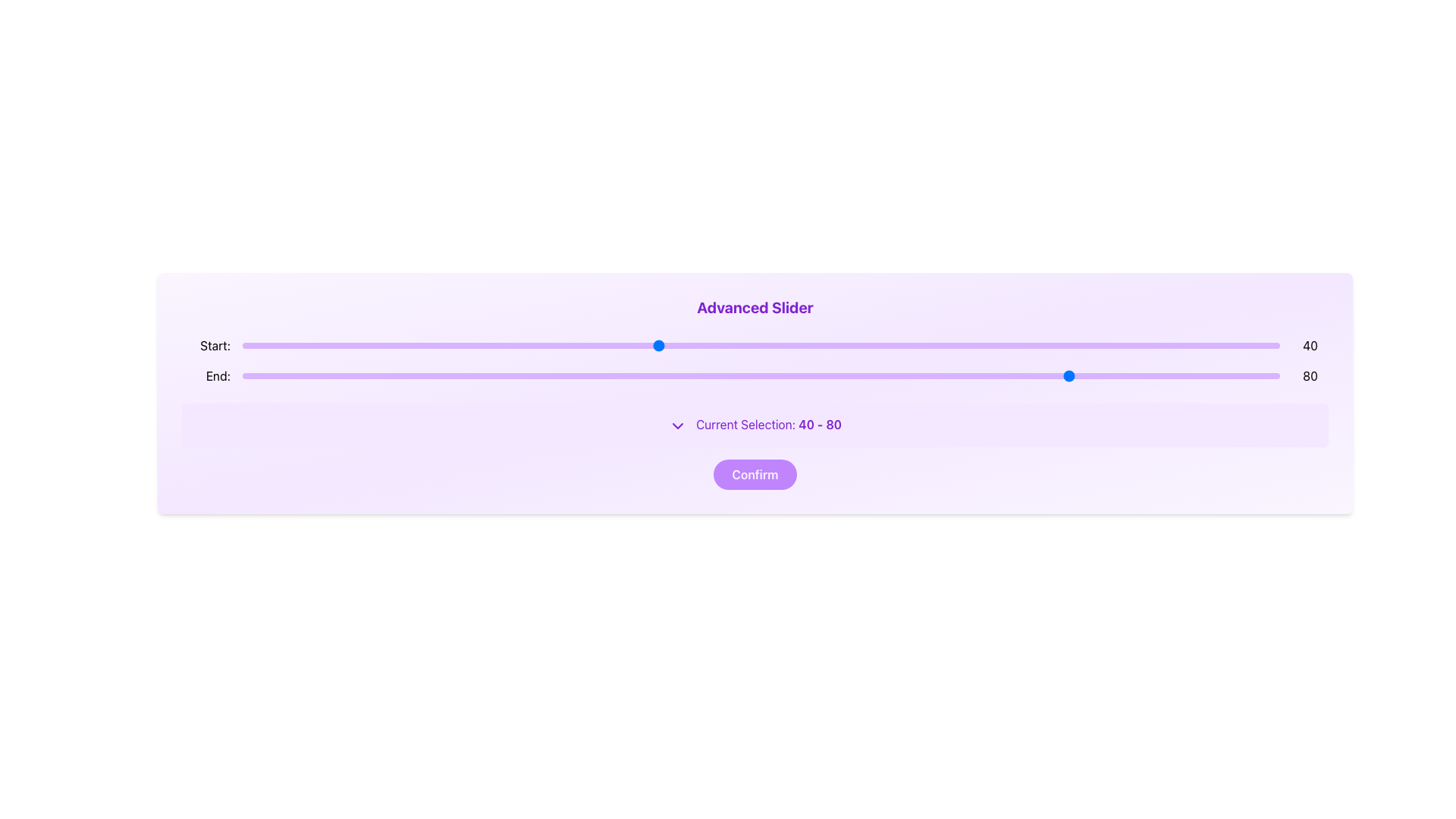 Image resolution: width=1456 pixels, height=819 pixels. I want to click on the start slider, so click(698, 345).